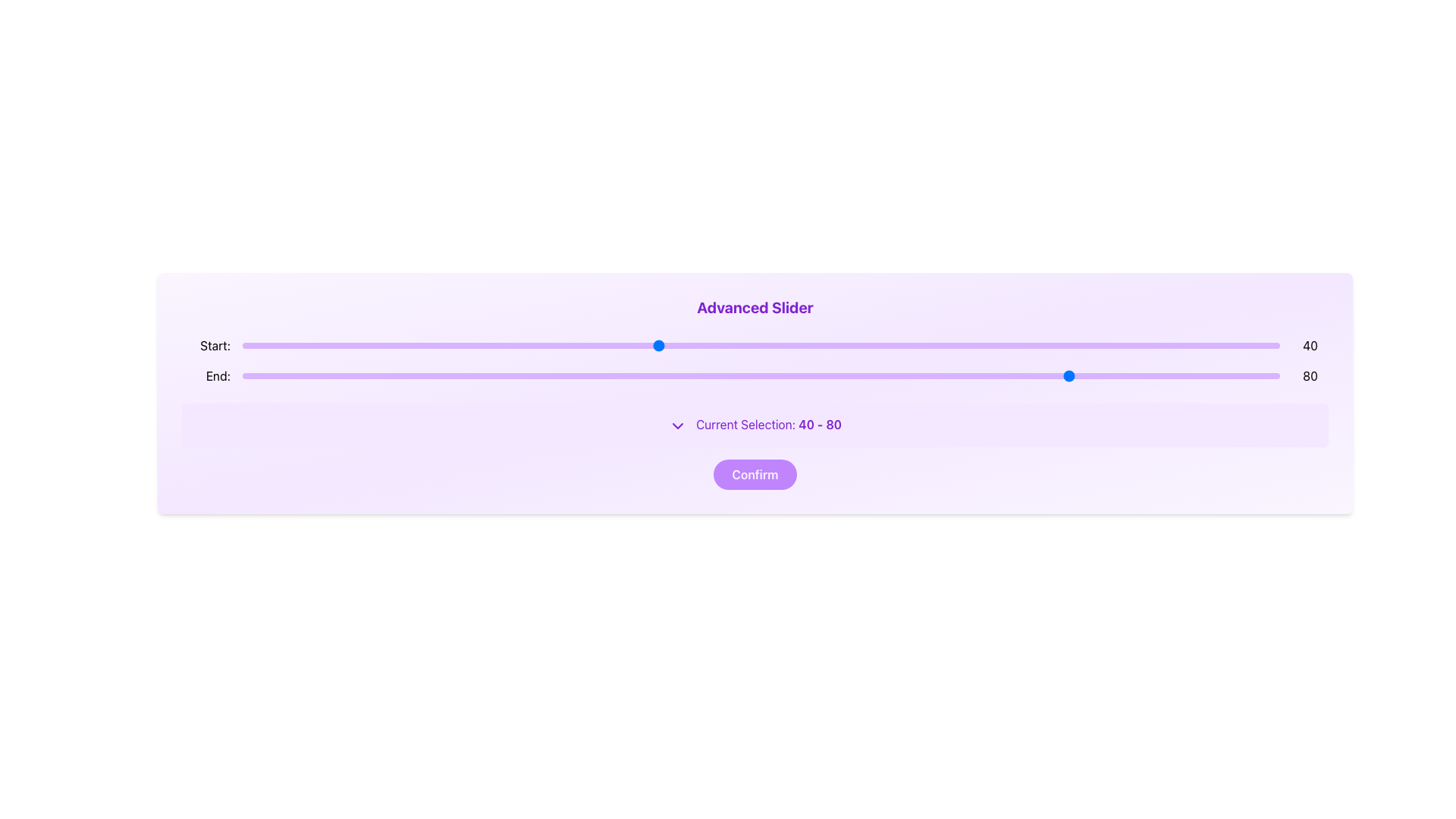 Image resolution: width=1456 pixels, height=819 pixels. I want to click on the start slider, so click(698, 345).